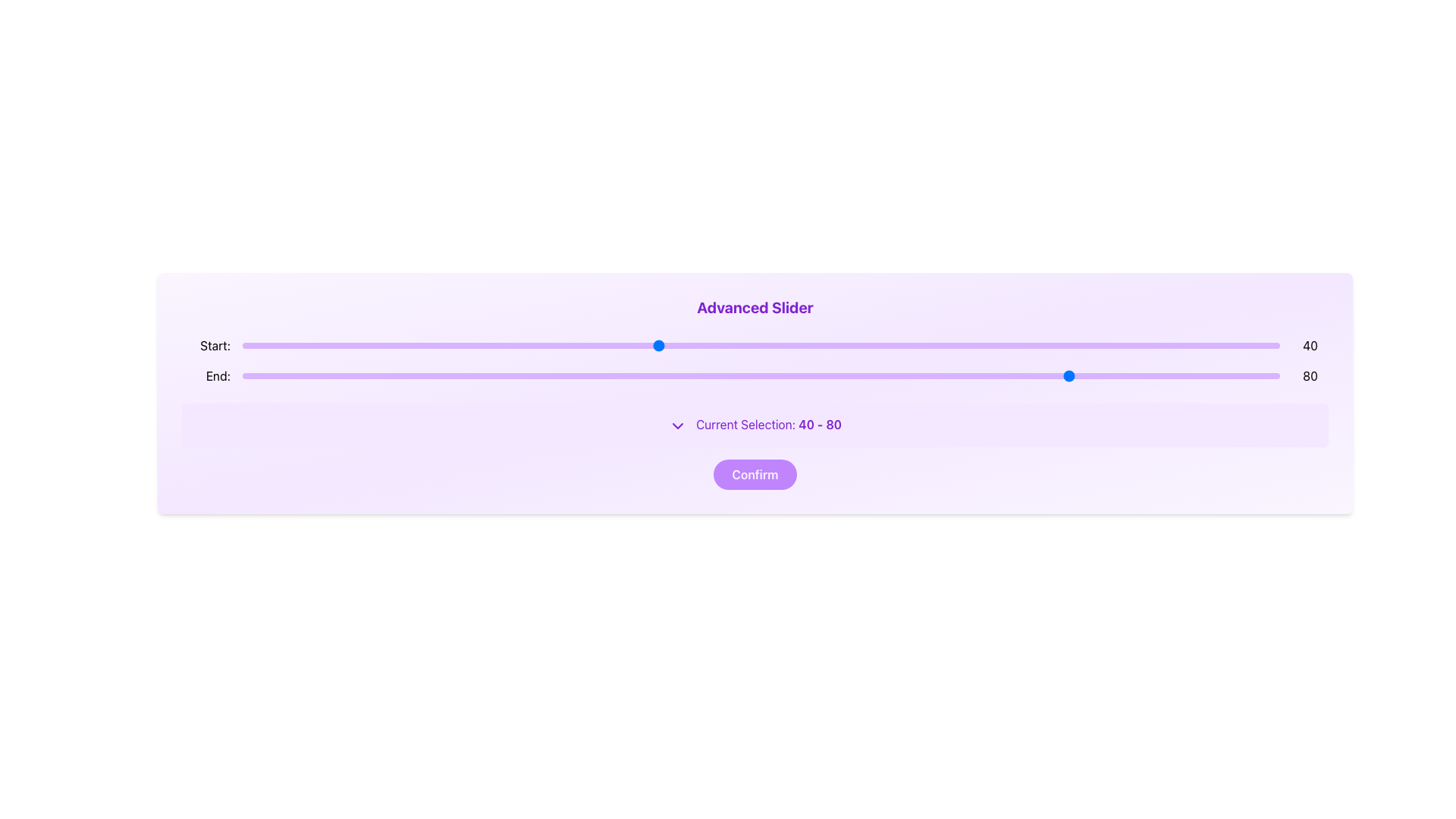 Image resolution: width=1456 pixels, height=819 pixels. I want to click on the start slider, so click(698, 345).